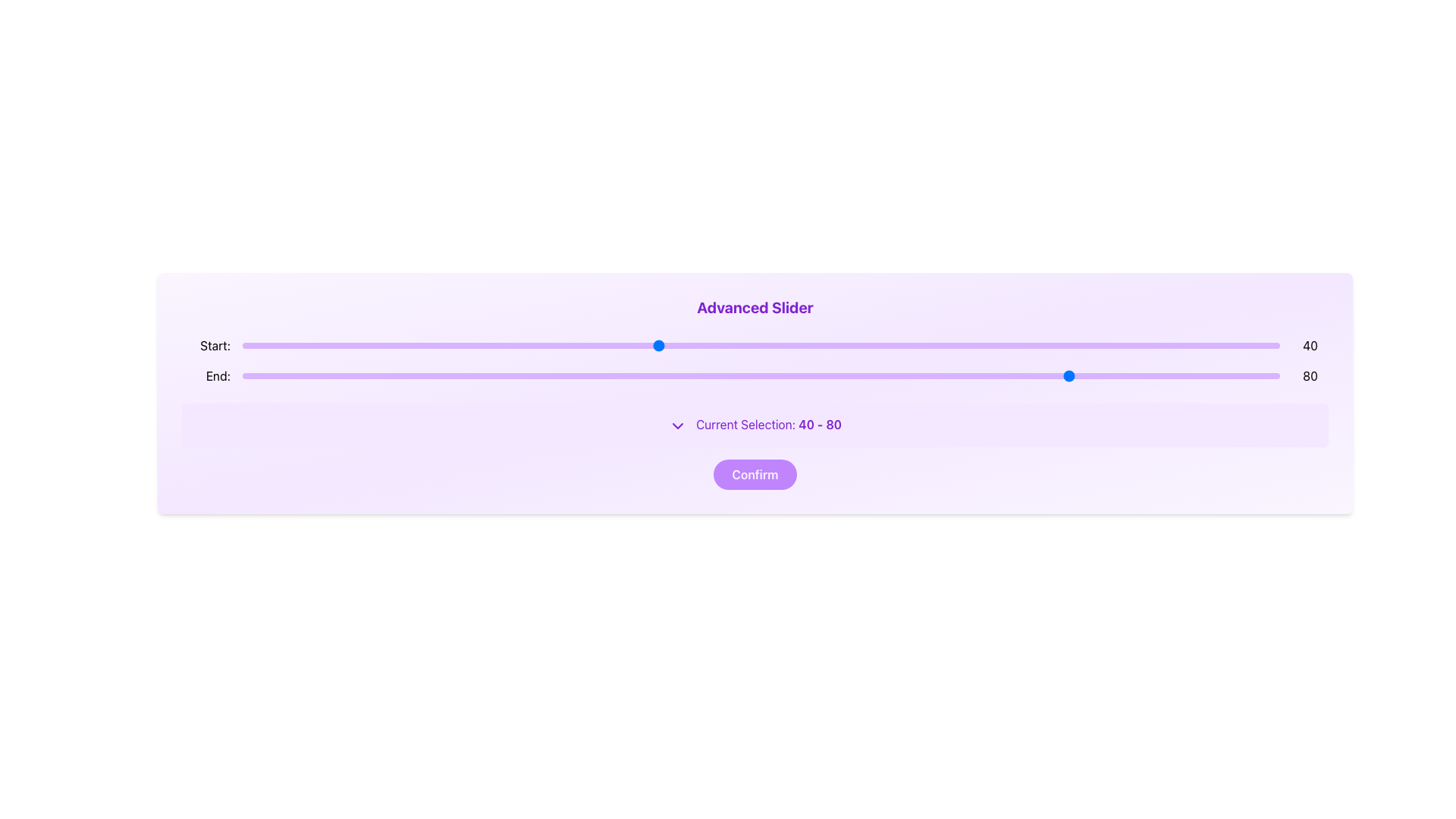 Image resolution: width=1456 pixels, height=819 pixels. I want to click on the start slider, so click(698, 345).